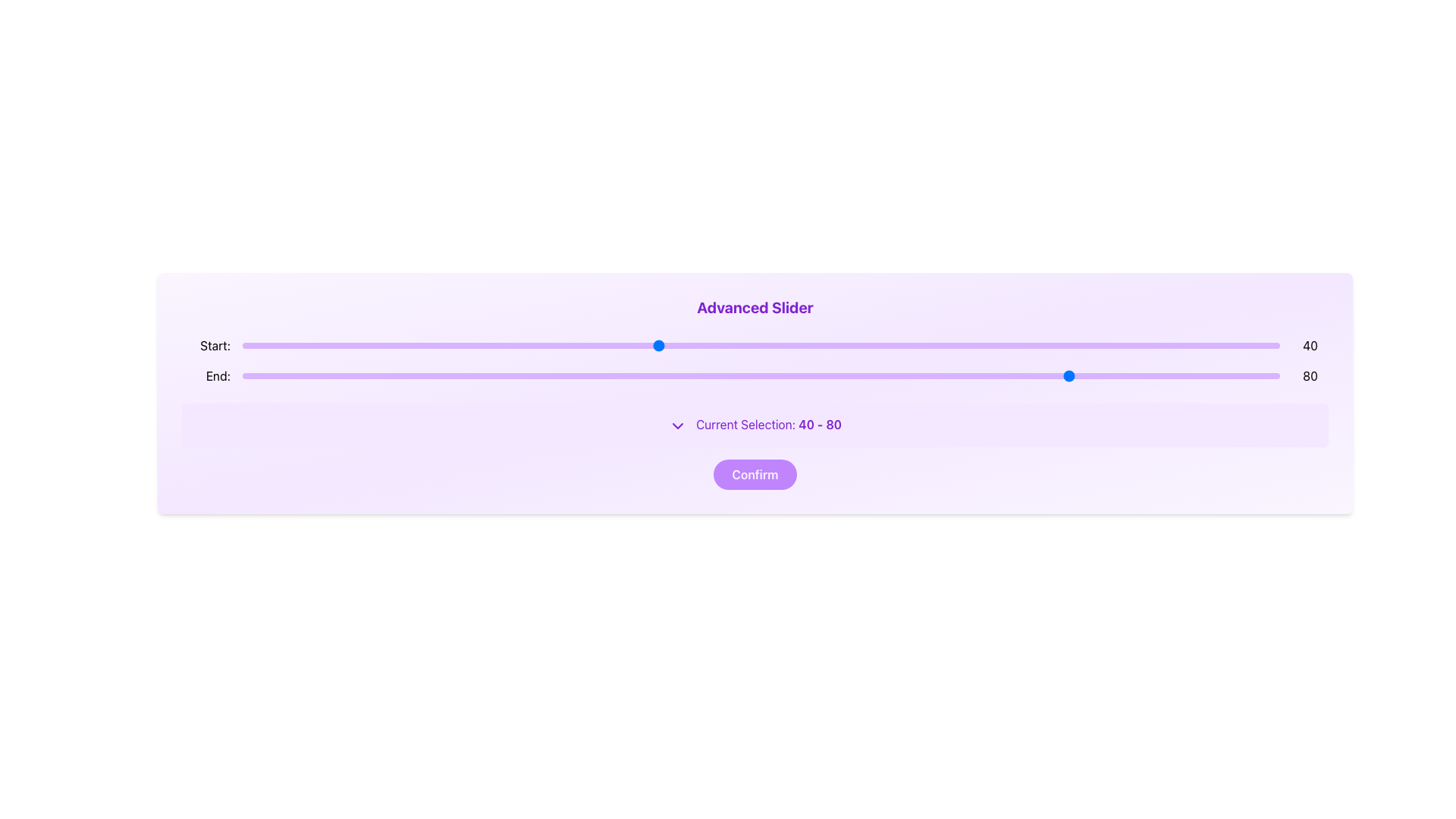 Image resolution: width=1456 pixels, height=819 pixels. I want to click on the start slider, so click(698, 345).